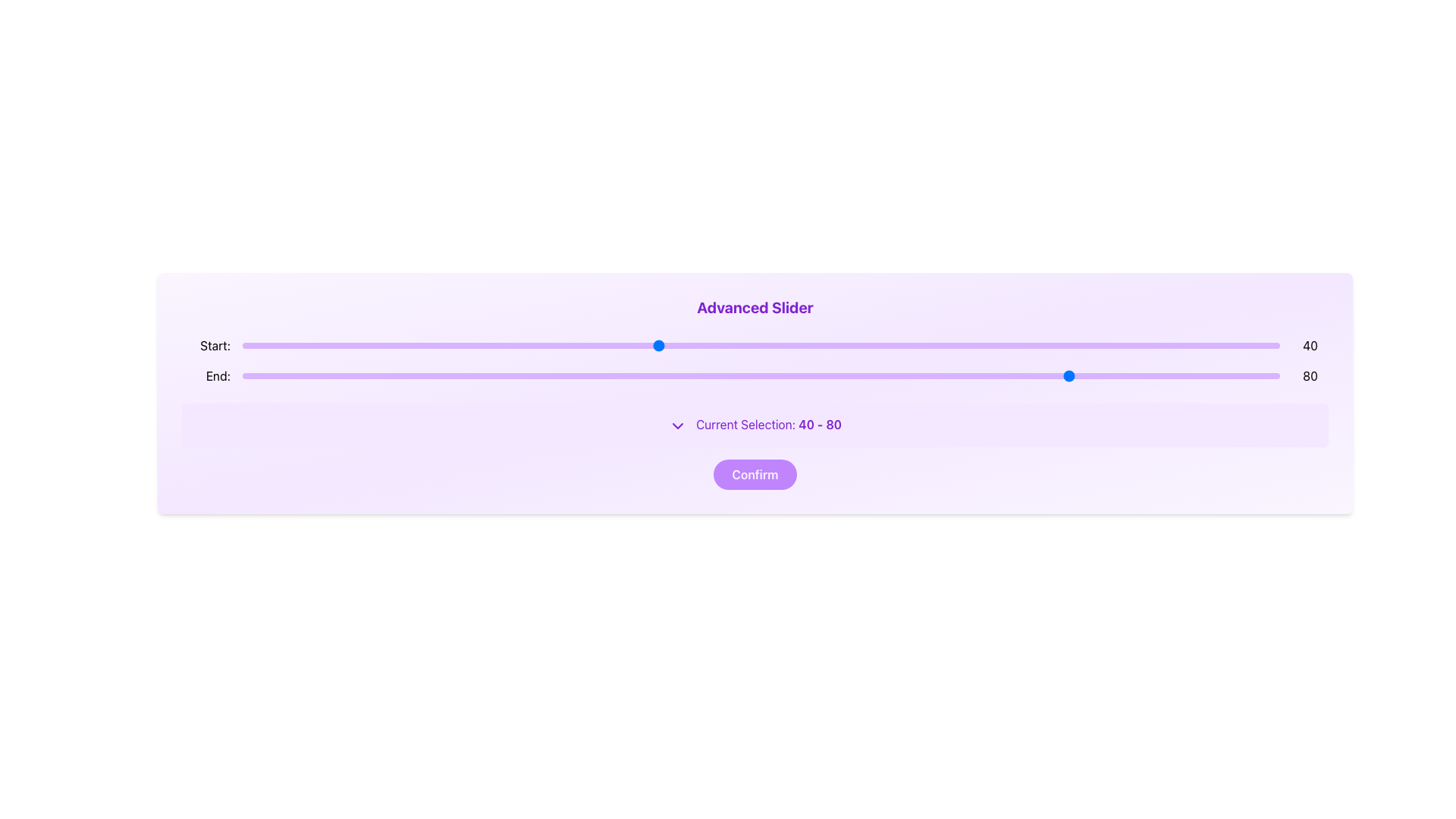 Image resolution: width=1456 pixels, height=819 pixels. I want to click on the start slider, so click(698, 345).